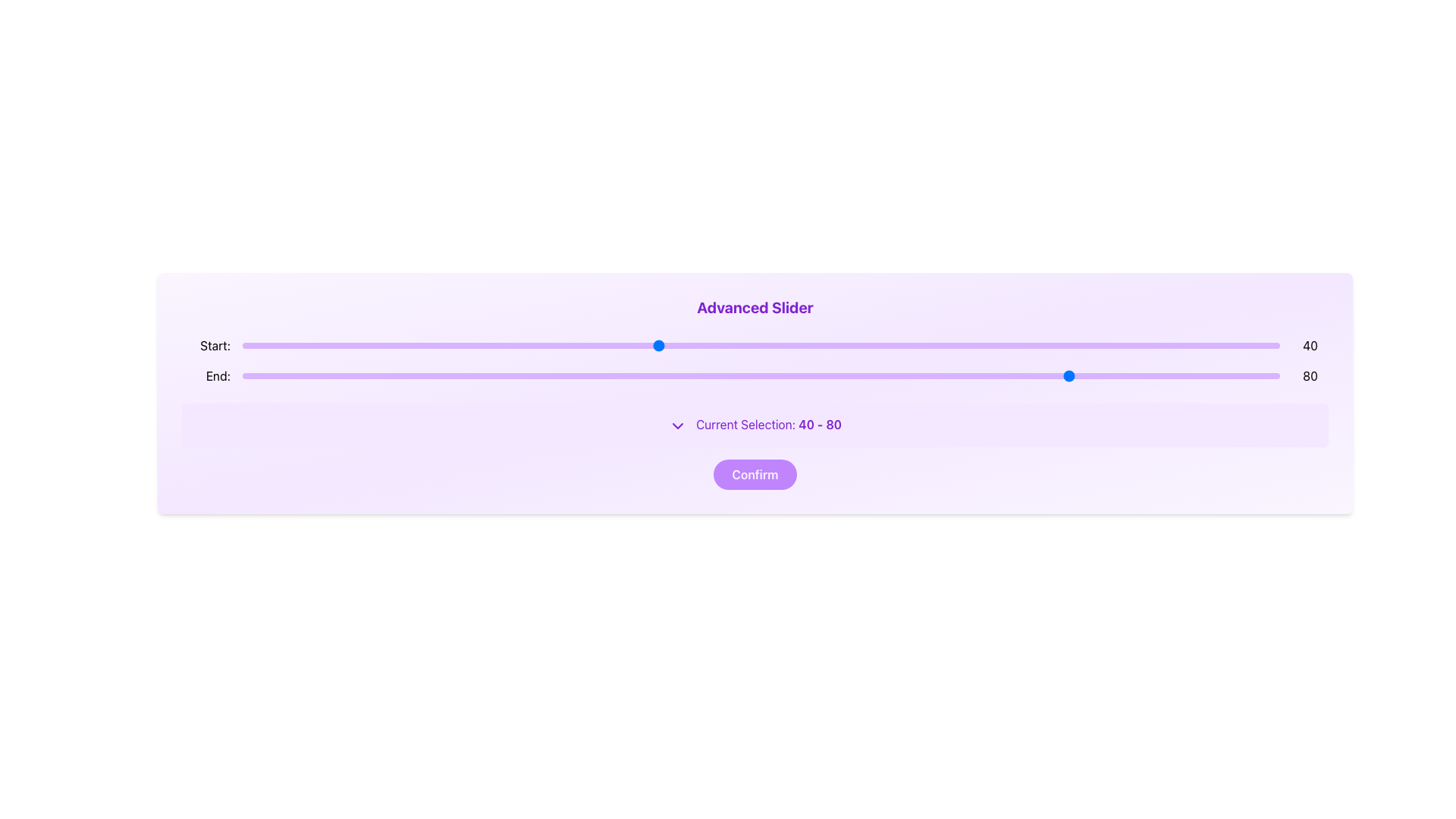 Image resolution: width=1456 pixels, height=819 pixels. I want to click on the start slider, so click(698, 345).